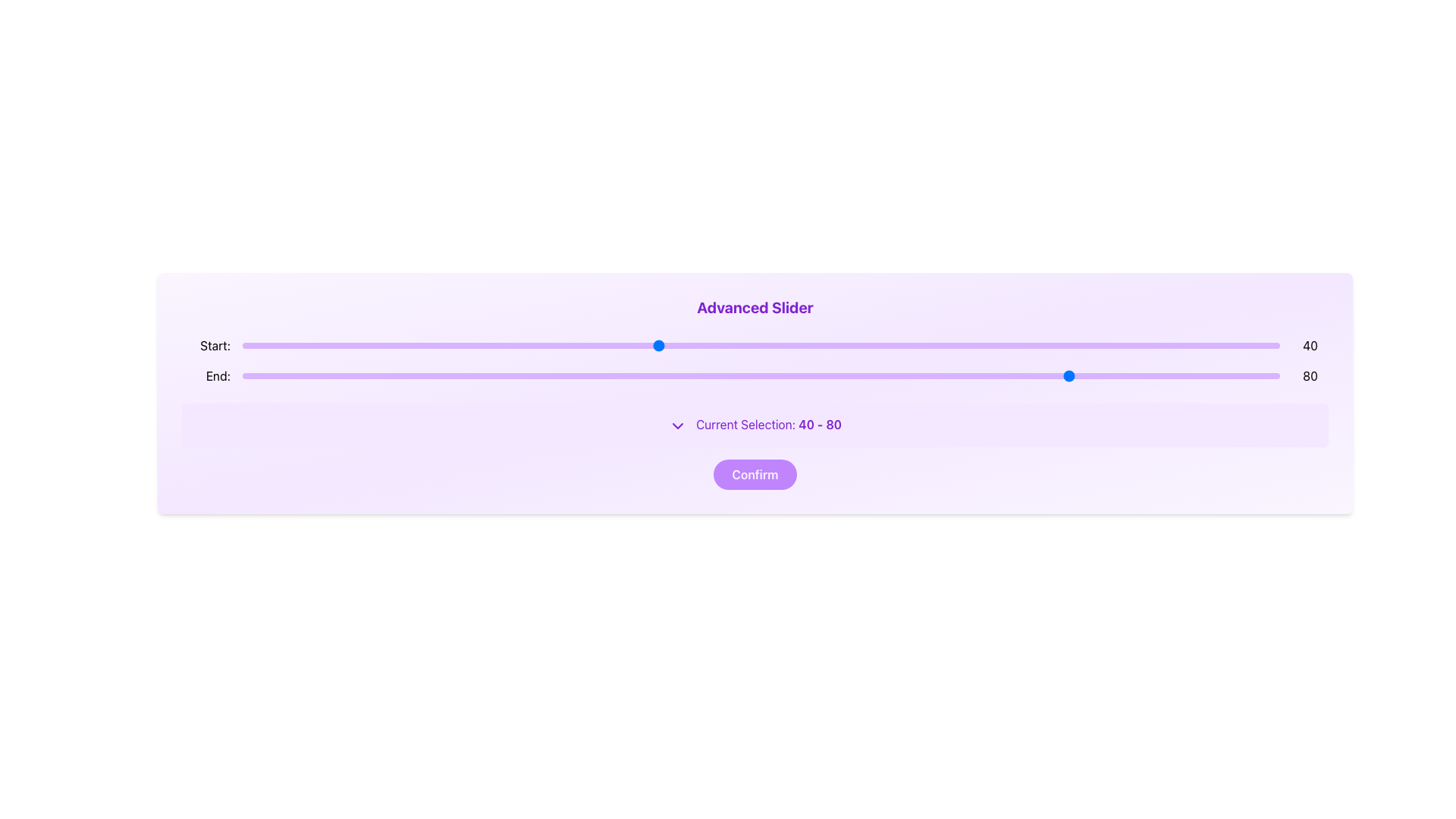 Image resolution: width=1456 pixels, height=819 pixels. I want to click on the start slider, so click(698, 345).